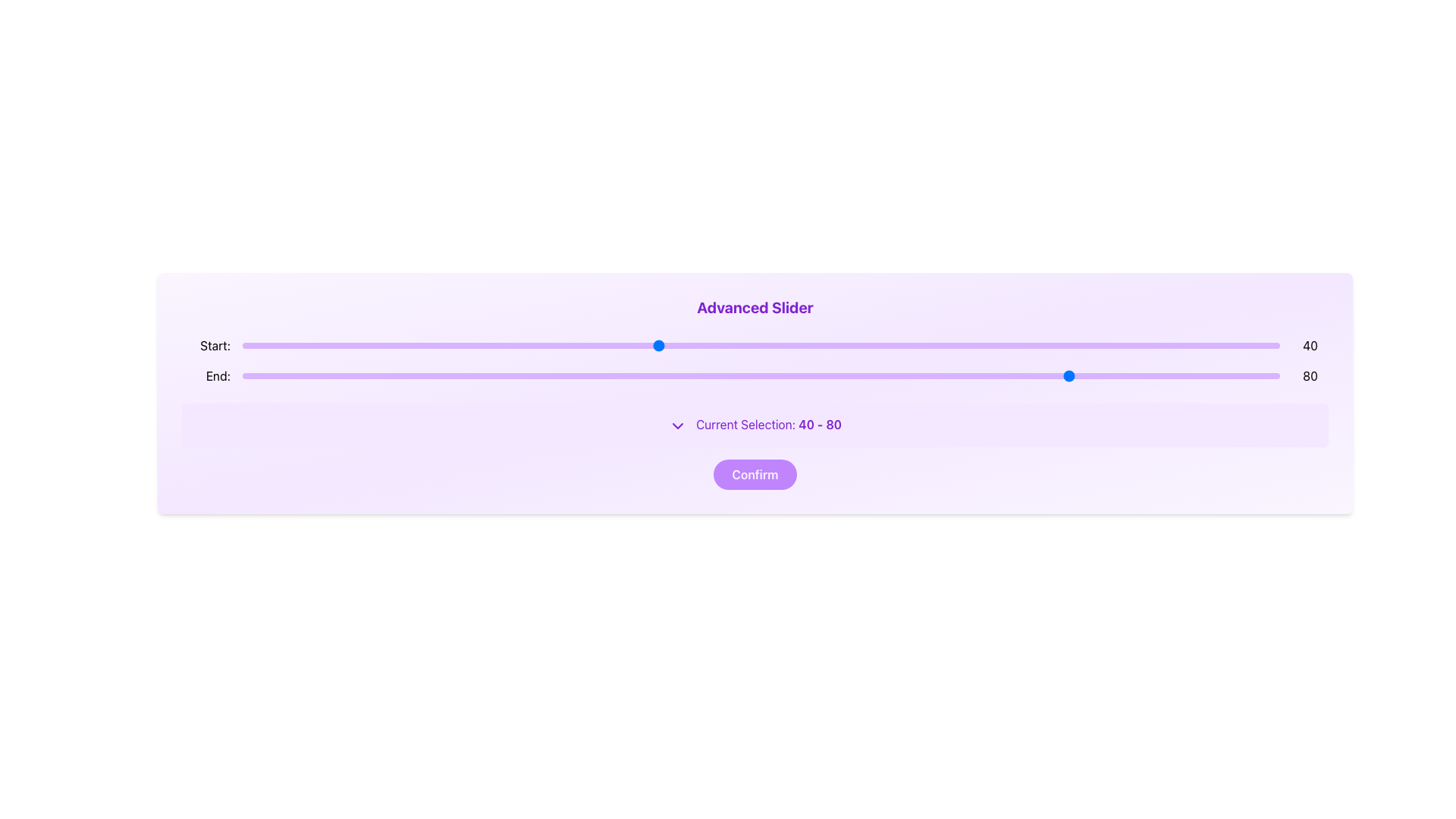 Image resolution: width=1456 pixels, height=819 pixels. I want to click on the start slider, so click(698, 345).